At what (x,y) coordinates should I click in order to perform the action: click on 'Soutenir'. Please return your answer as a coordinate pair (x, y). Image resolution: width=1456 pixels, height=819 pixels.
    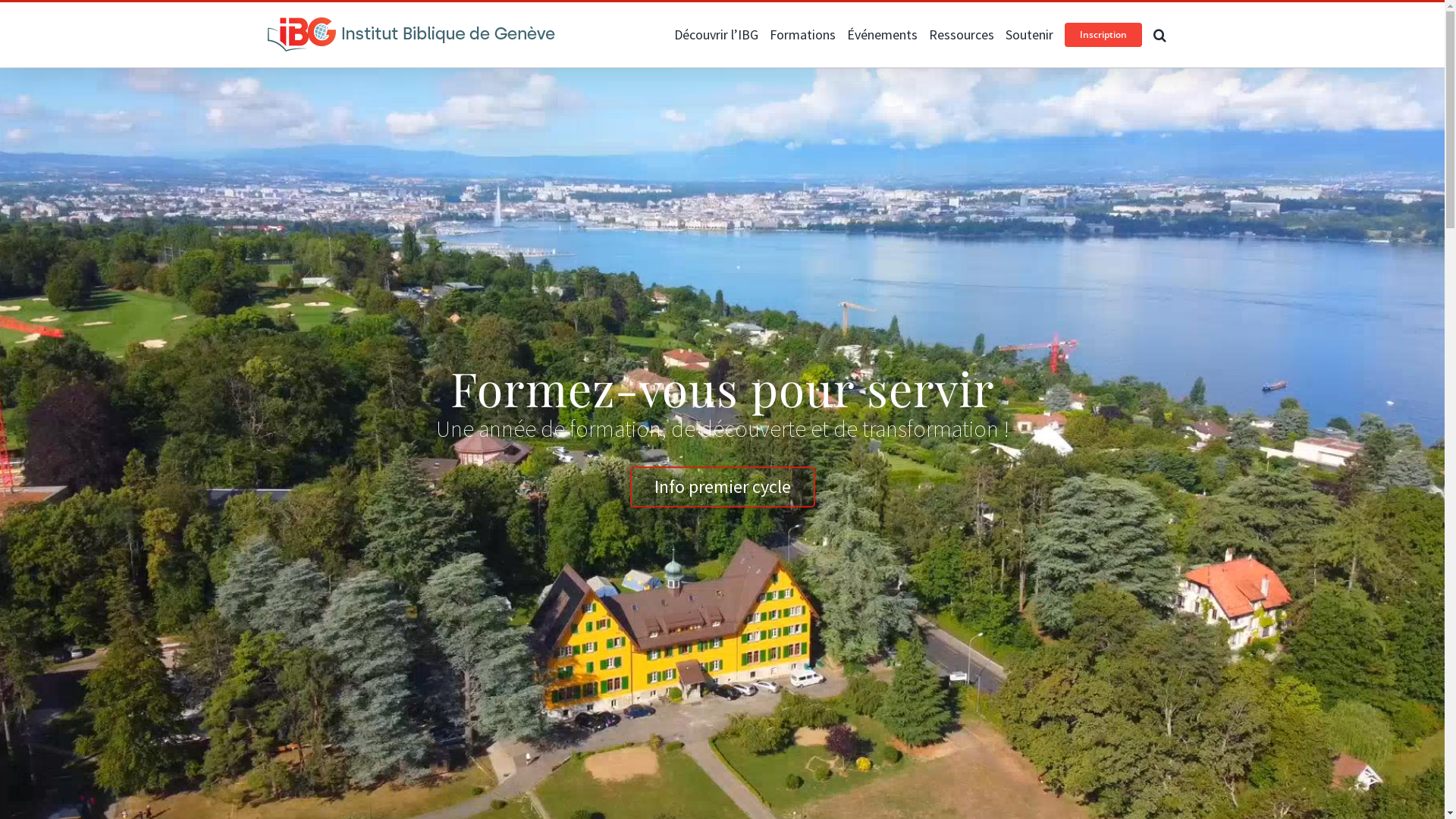
    Looking at the image, I should click on (1029, 34).